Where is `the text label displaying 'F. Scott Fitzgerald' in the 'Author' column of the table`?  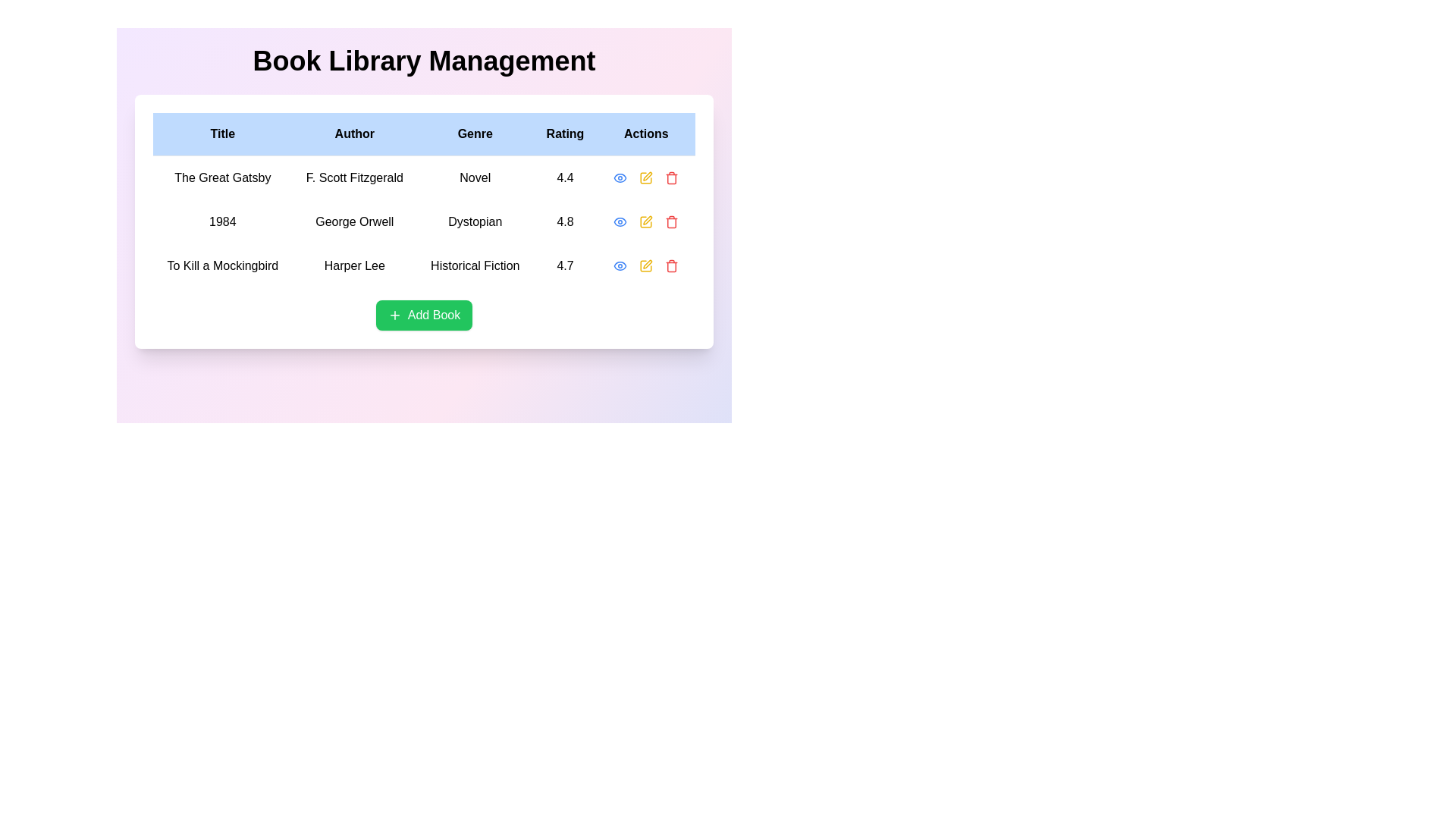 the text label displaying 'F. Scott Fitzgerald' in the 'Author' column of the table is located at coordinates (353, 177).